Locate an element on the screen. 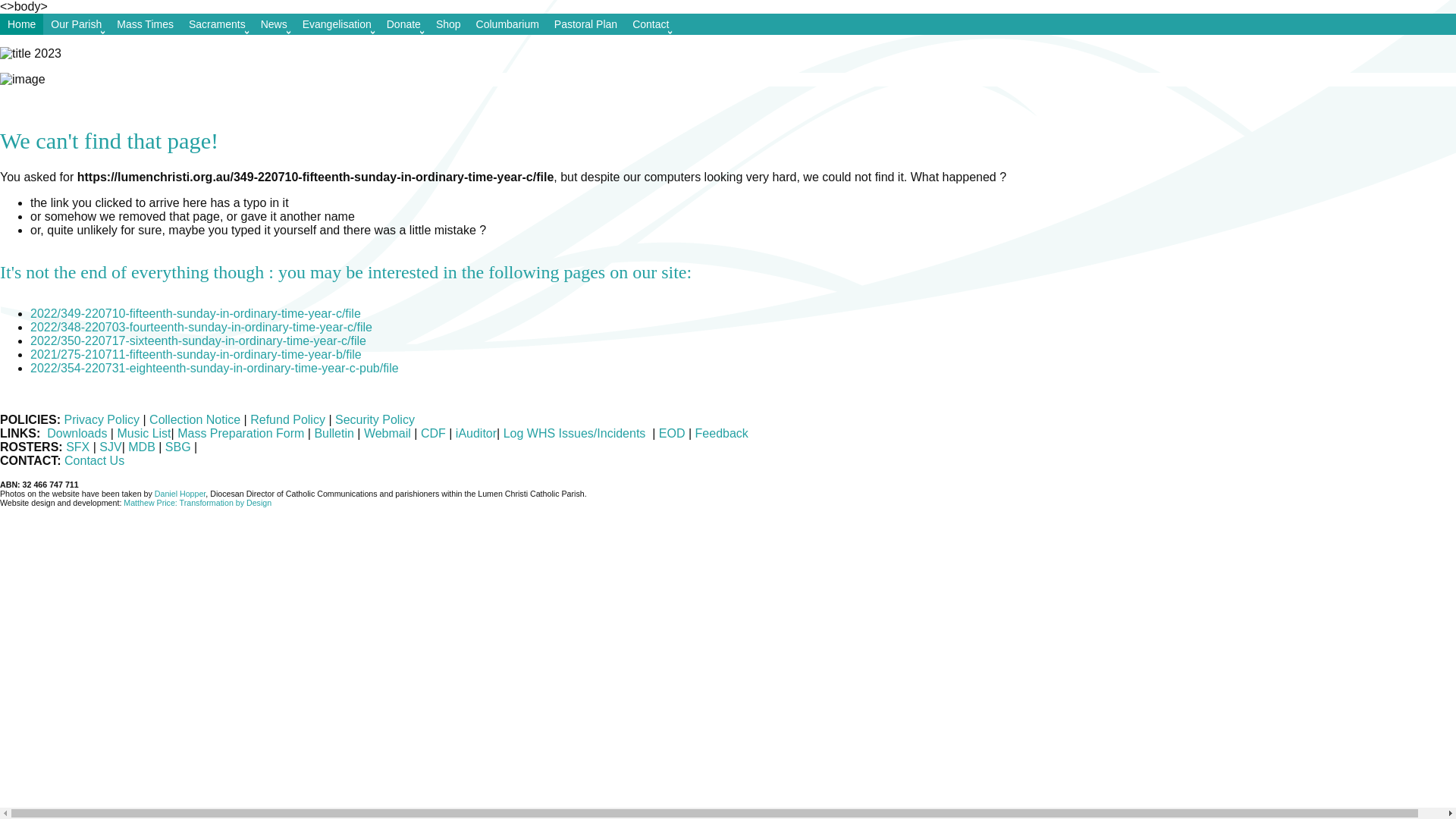 Image resolution: width=1456 pixels, height=819 pixels. 'Columbarium' is located at coordinates (507, 24).